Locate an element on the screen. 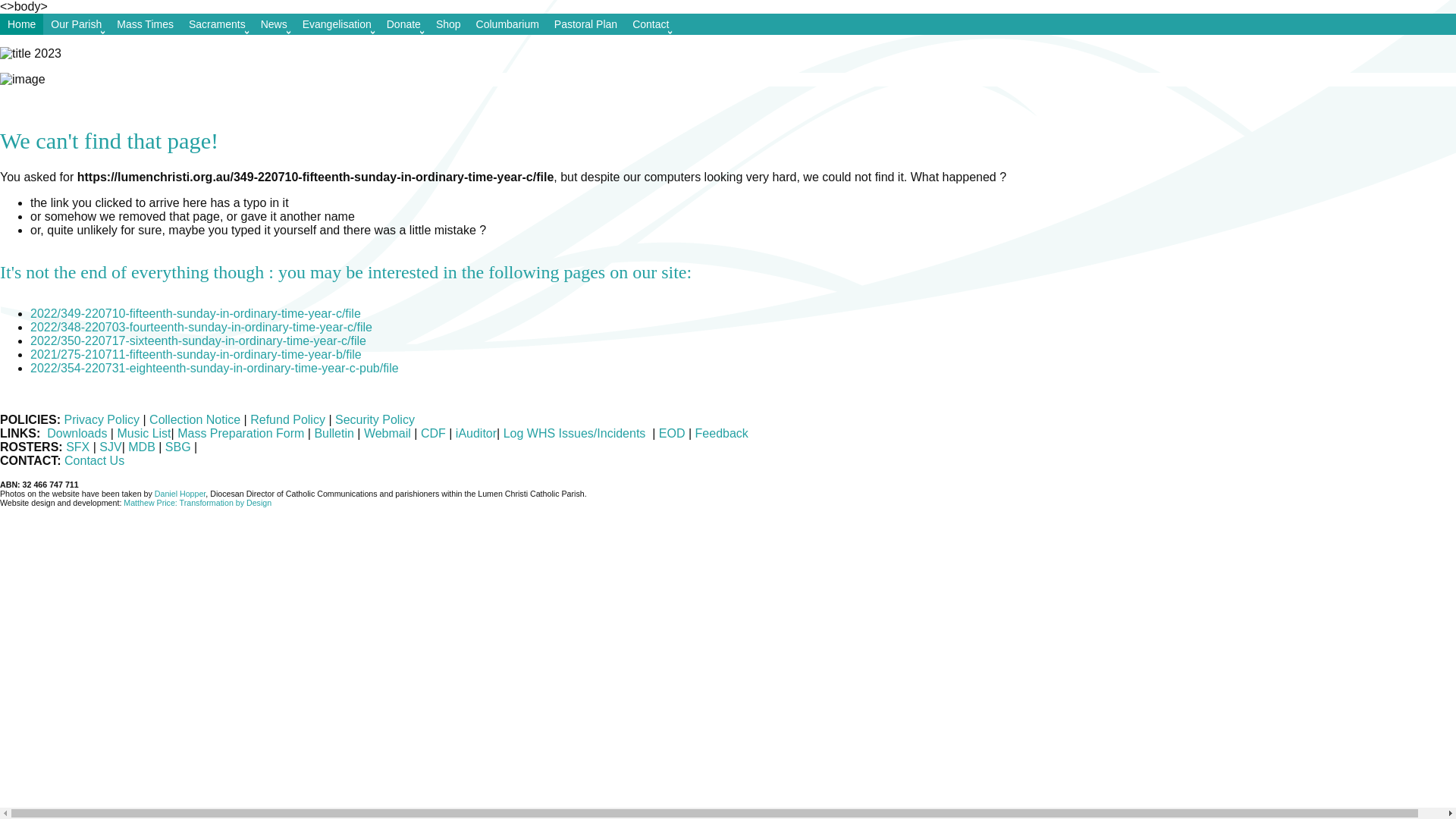 Image resolution: width=1456 pixels, height=819 pixels. 'Columbarium' is located at coordinates (507, 24).